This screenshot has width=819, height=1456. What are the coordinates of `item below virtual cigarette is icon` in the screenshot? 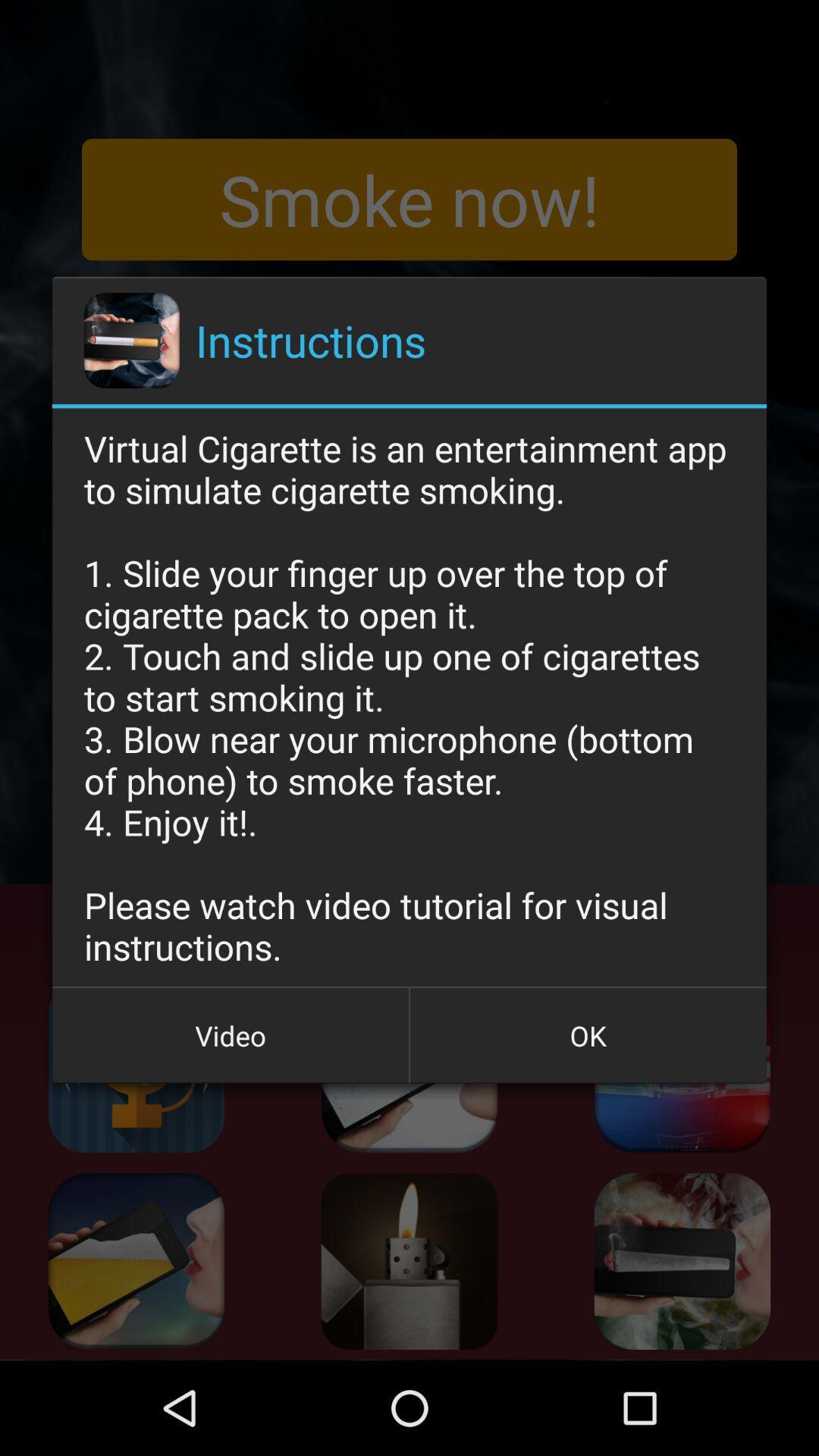 It's located at (231, 1034).